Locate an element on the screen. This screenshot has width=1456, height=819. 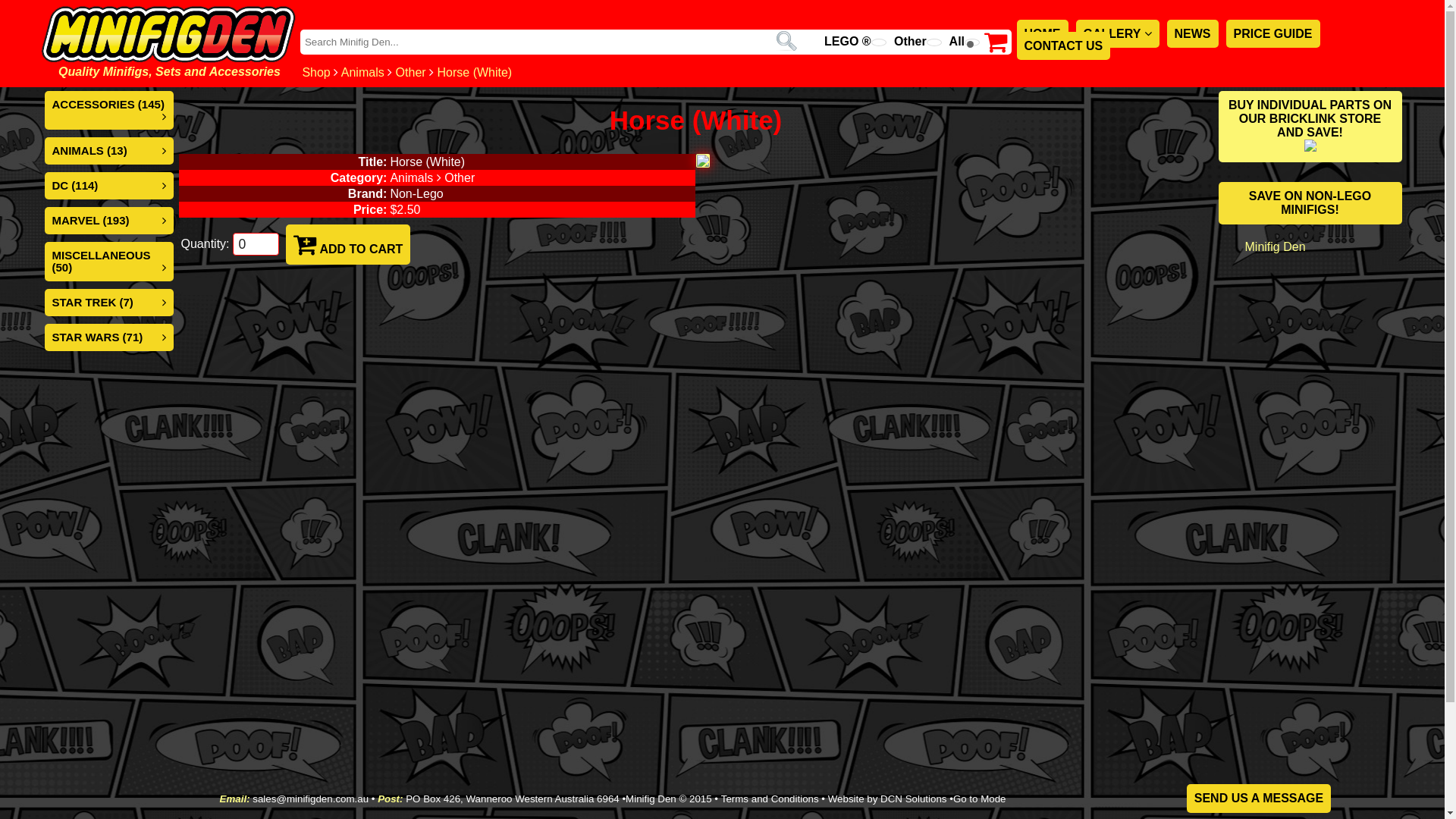
'SEND US A MESSAGE' is located at coordinates (1259, 798).